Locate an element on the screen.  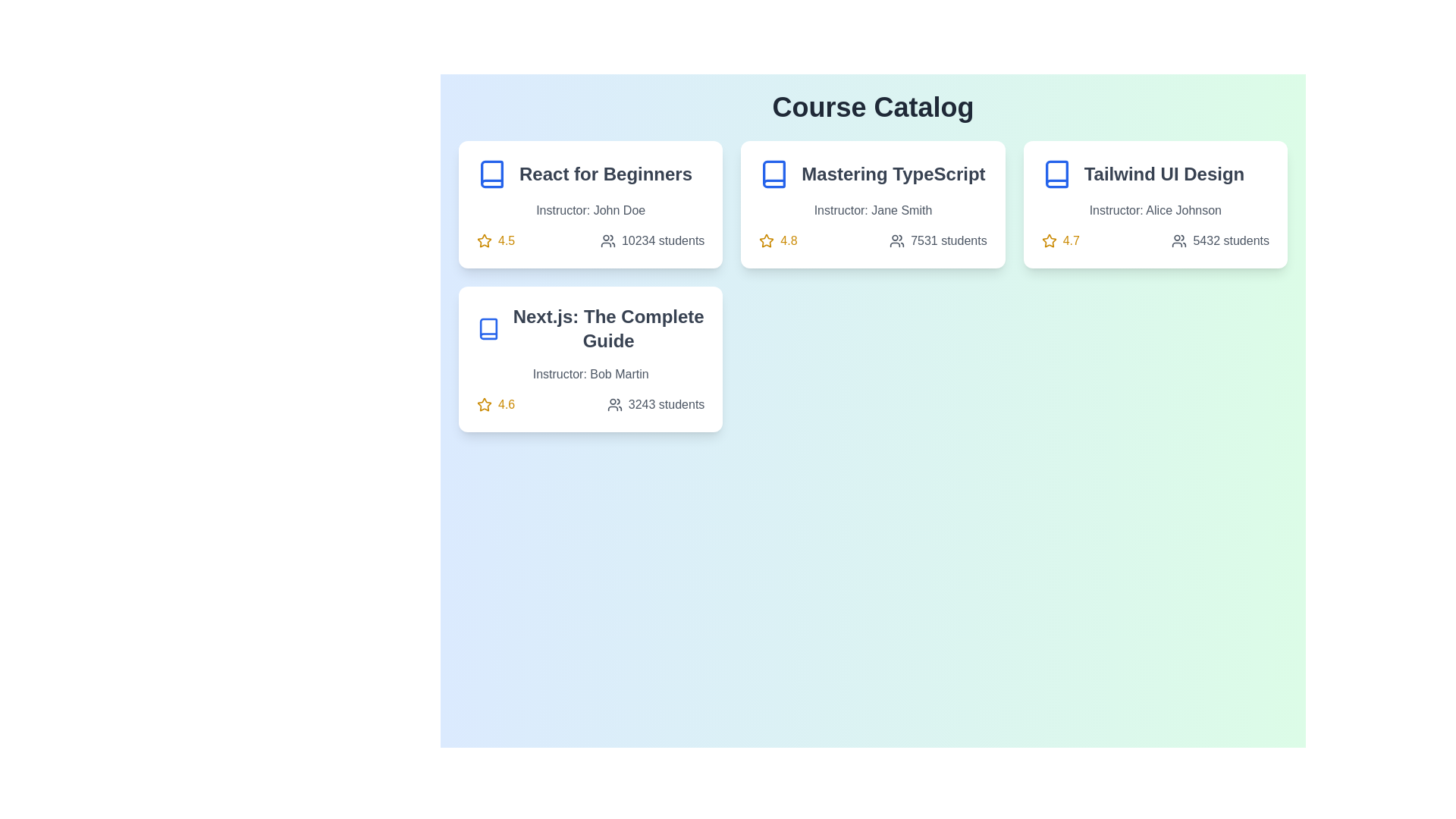
the informational text component displaying the rating '4.7' and the student count '5432 students' within the 'Tailwind UI Design' course card is located at coordinates (1154, 240).